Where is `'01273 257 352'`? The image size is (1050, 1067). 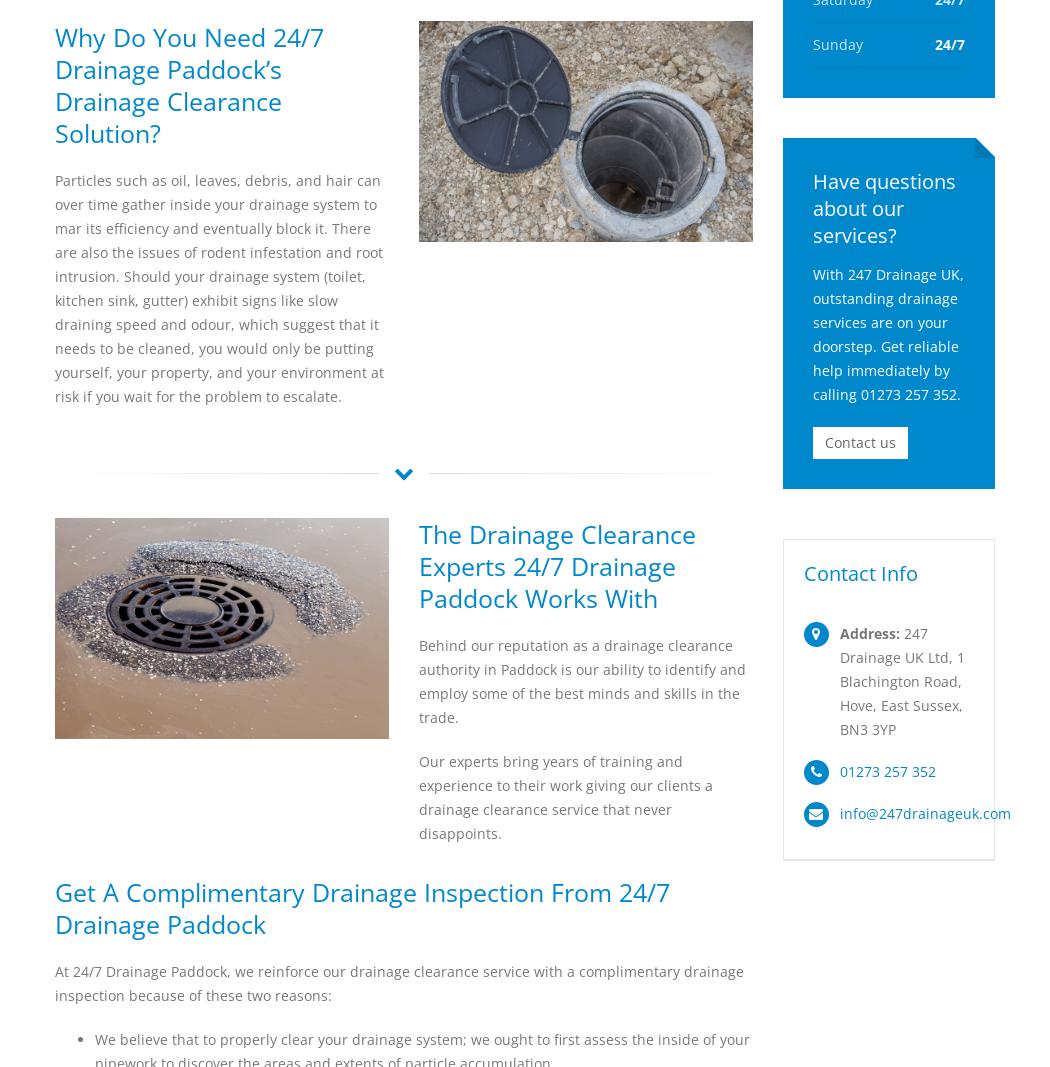 '01273 257 352' is located at coordinates (838, 770).